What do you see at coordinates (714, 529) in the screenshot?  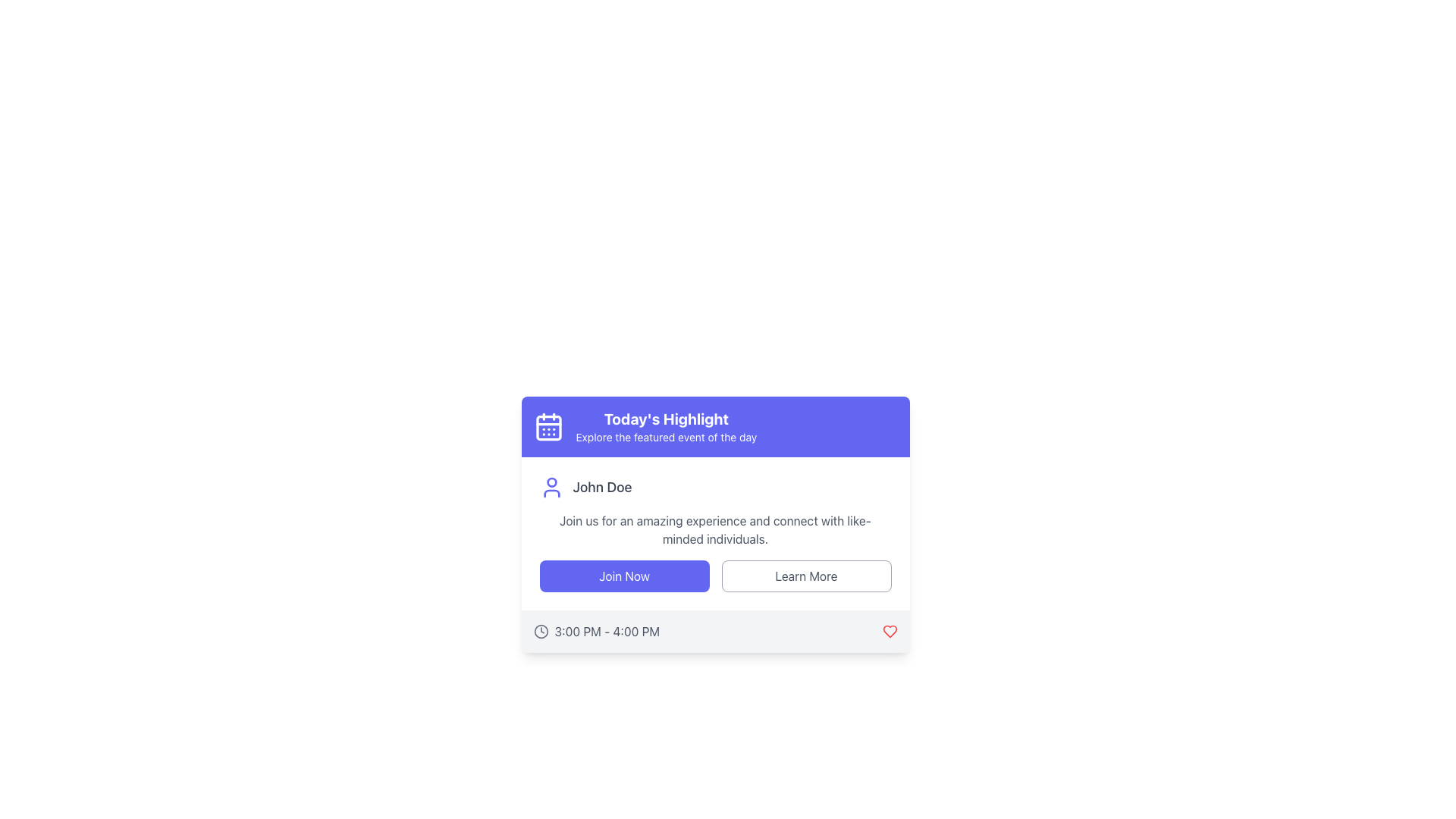 I see `the text element located below 'John Doe' and above the buttons labeled 'Join Now' and 'Learn More' within the card-like section` at bounding box center [714, 529].